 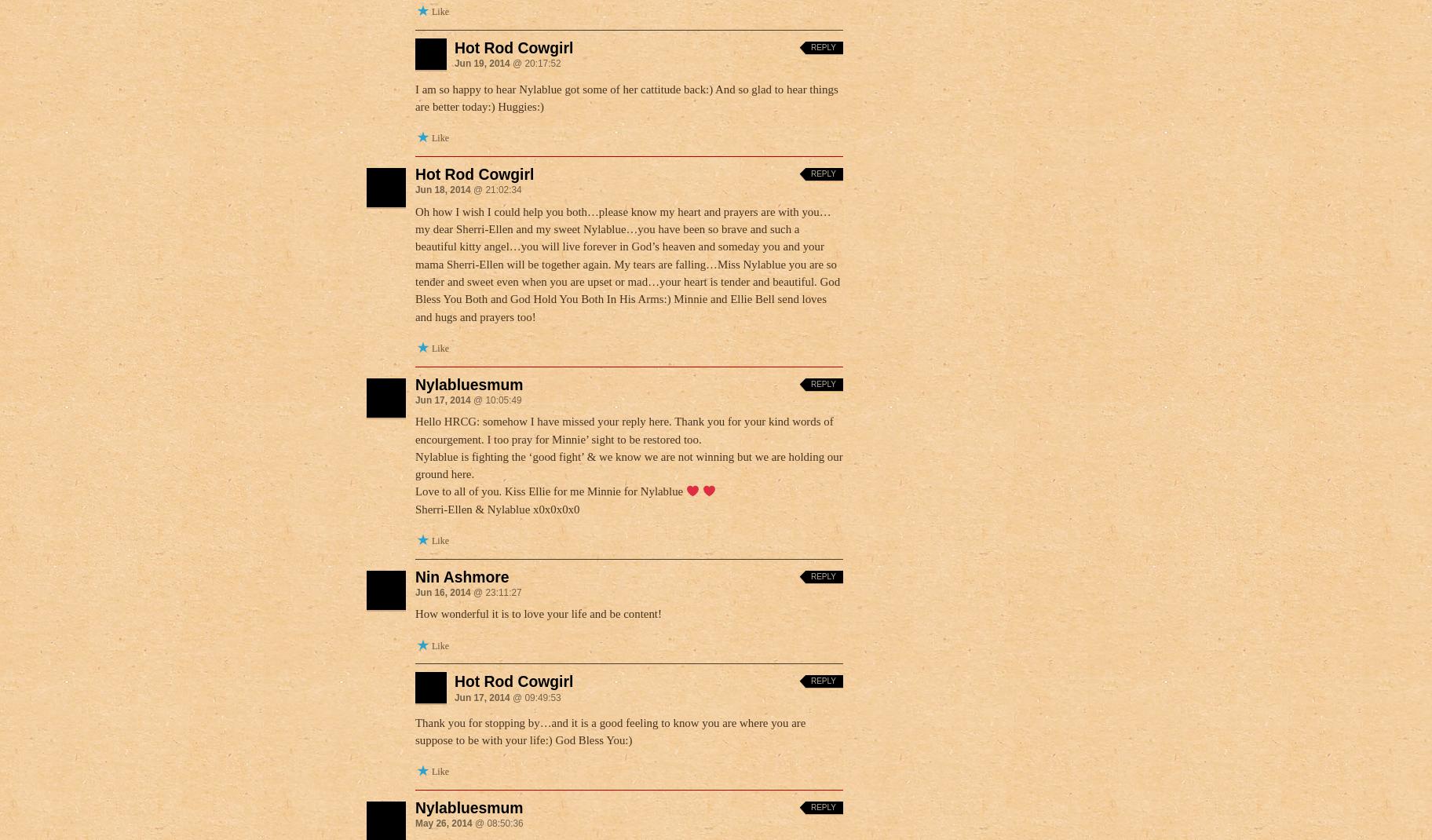 What do you see at coordinates (469, 591) in the screenshot?
I see `'@ 23:11:27'` at bounding box center [469, 591].